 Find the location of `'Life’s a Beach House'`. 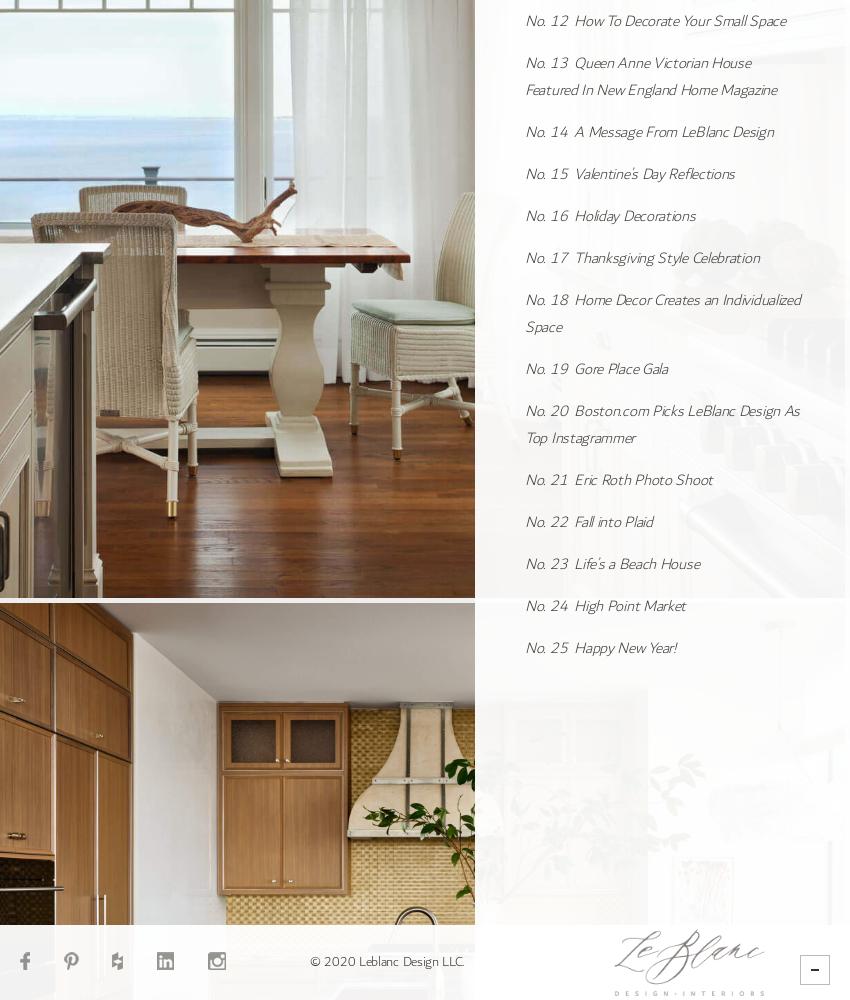

'Life’s a Beach House' is located at coordinates (635, 562).